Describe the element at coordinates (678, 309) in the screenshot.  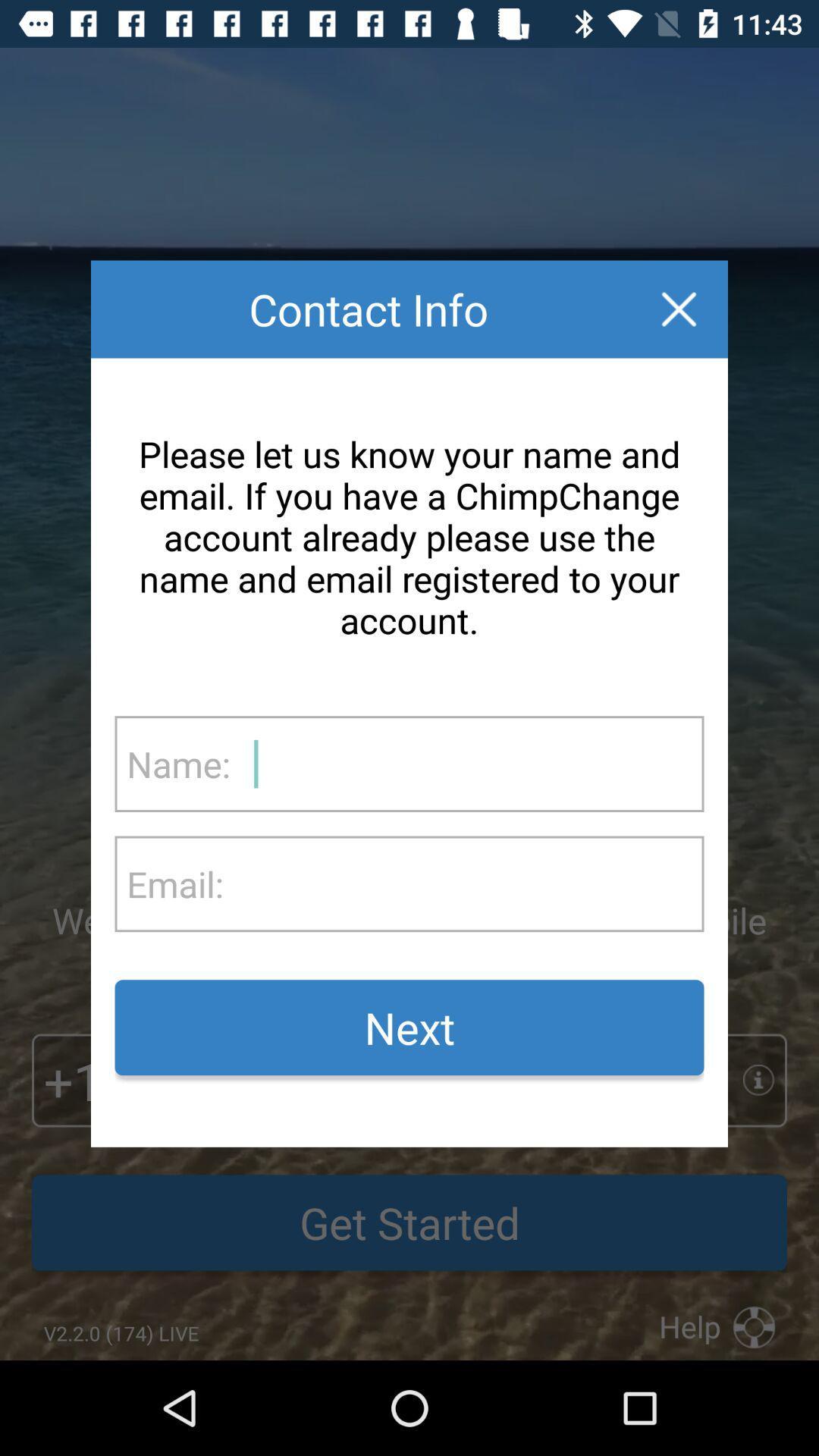
I see `the item next to contact info item` at that location.